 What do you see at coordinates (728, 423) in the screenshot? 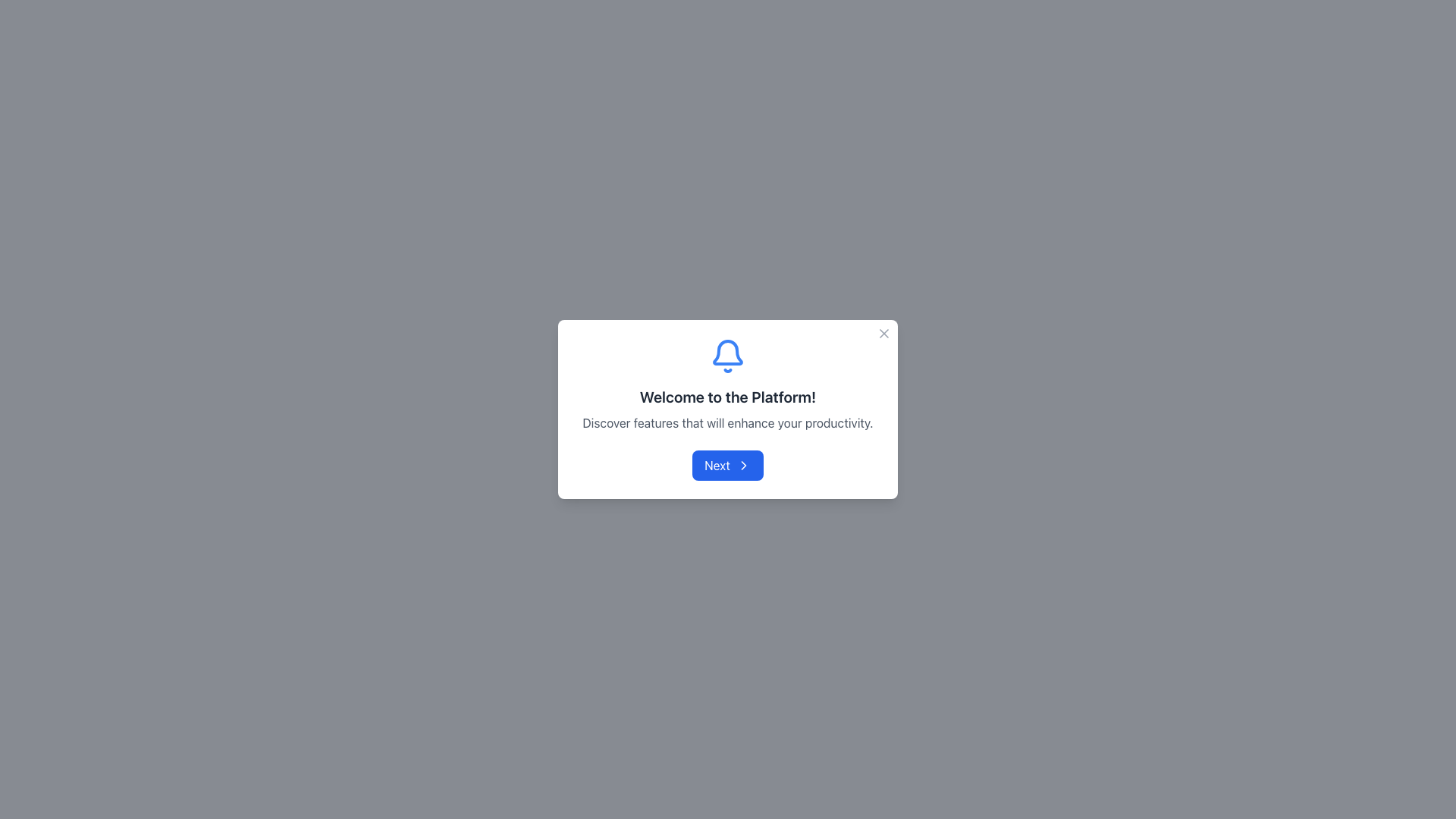
I see `static text label that says 'Discover features that will enhance your productivity.' located below the title 'Welcome to the Platform!' in the modal dialog` at bounding box center [728, 423].